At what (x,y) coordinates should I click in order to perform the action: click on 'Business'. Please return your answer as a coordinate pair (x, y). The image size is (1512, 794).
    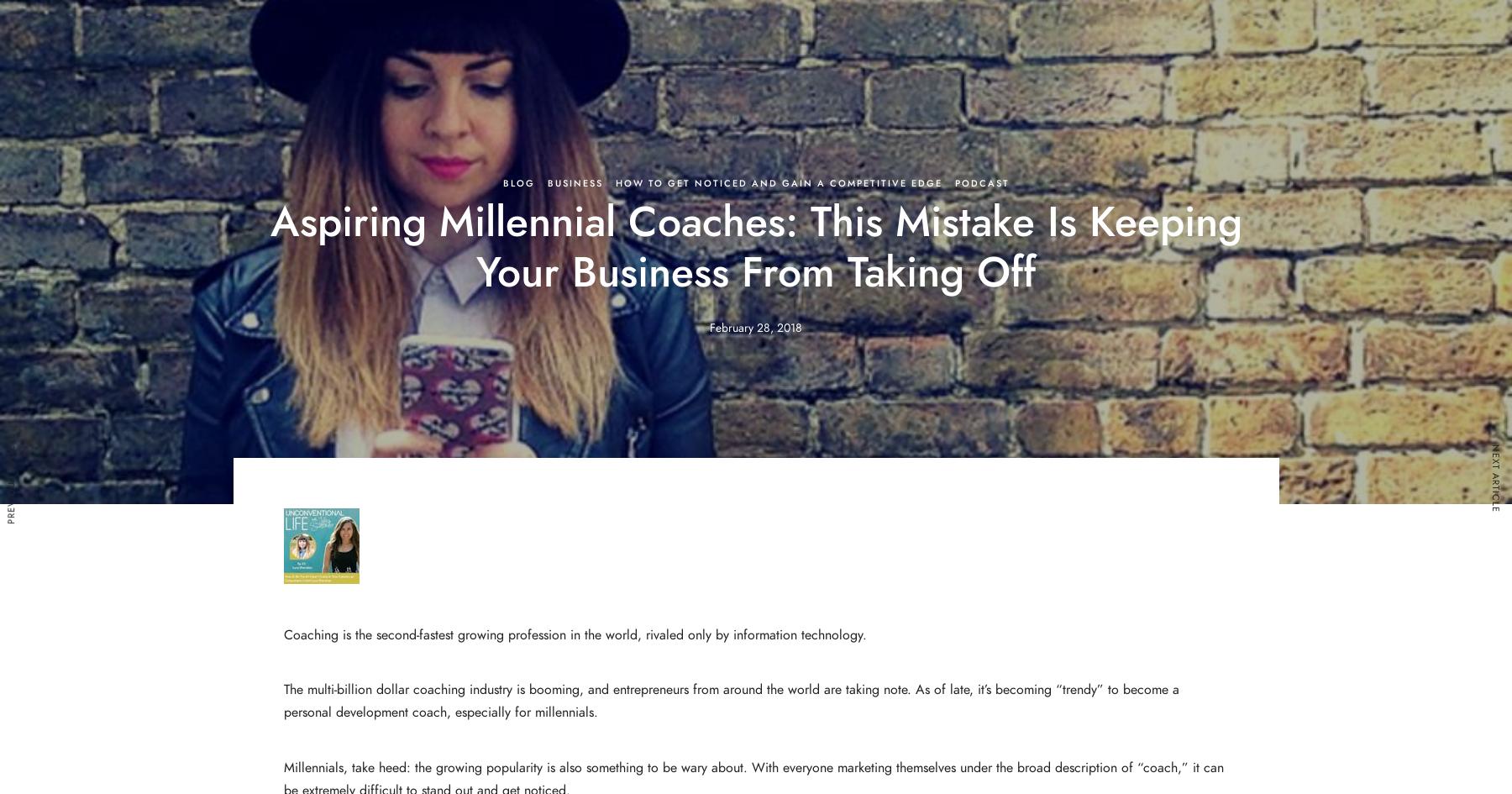
    Looking at the image, I should click on (574, 182).